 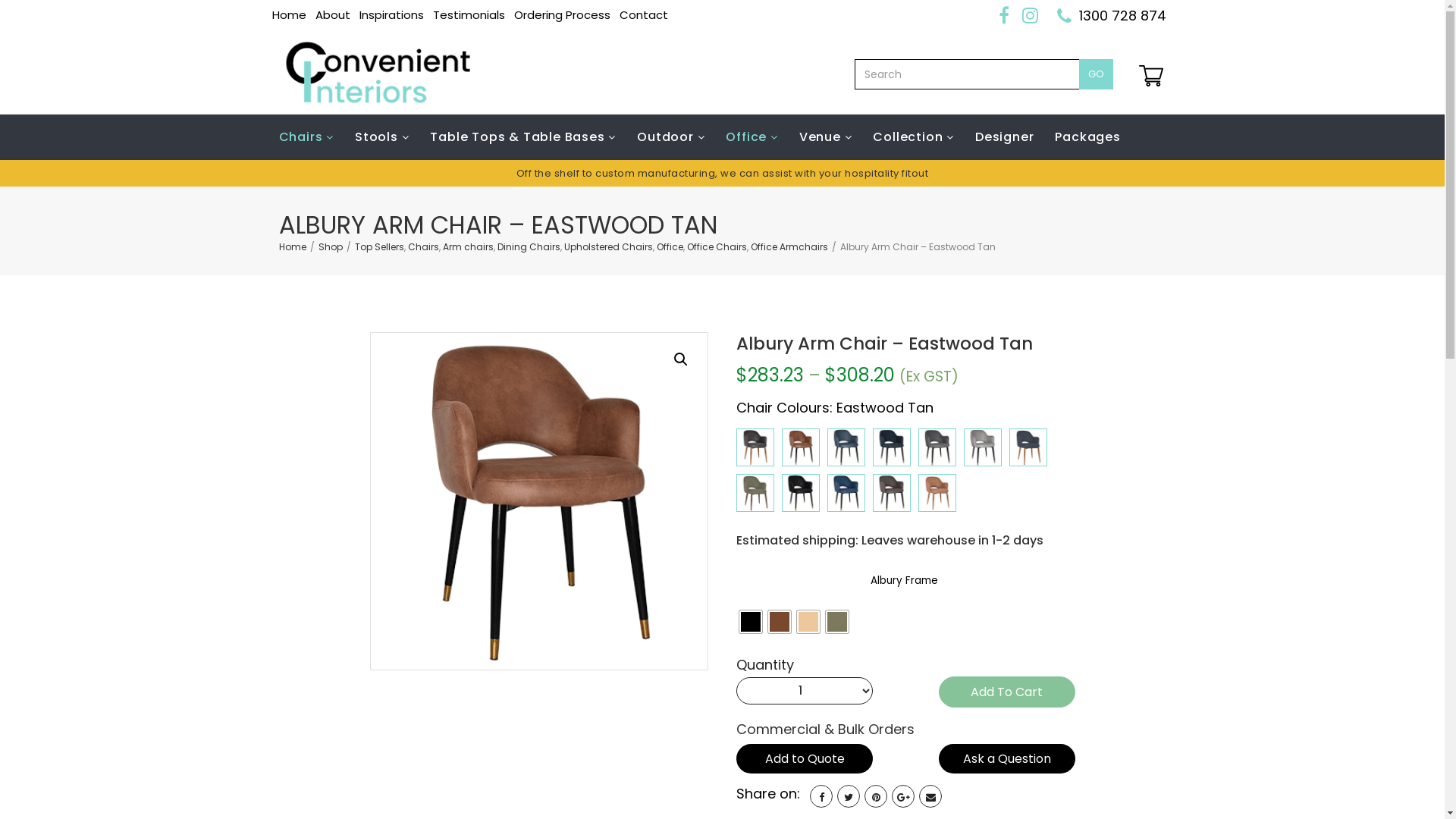 What do you see at coordinates (789, 246) in the screenshot?
I see `'Office Armchairs'` at bounding box center [789, 246].